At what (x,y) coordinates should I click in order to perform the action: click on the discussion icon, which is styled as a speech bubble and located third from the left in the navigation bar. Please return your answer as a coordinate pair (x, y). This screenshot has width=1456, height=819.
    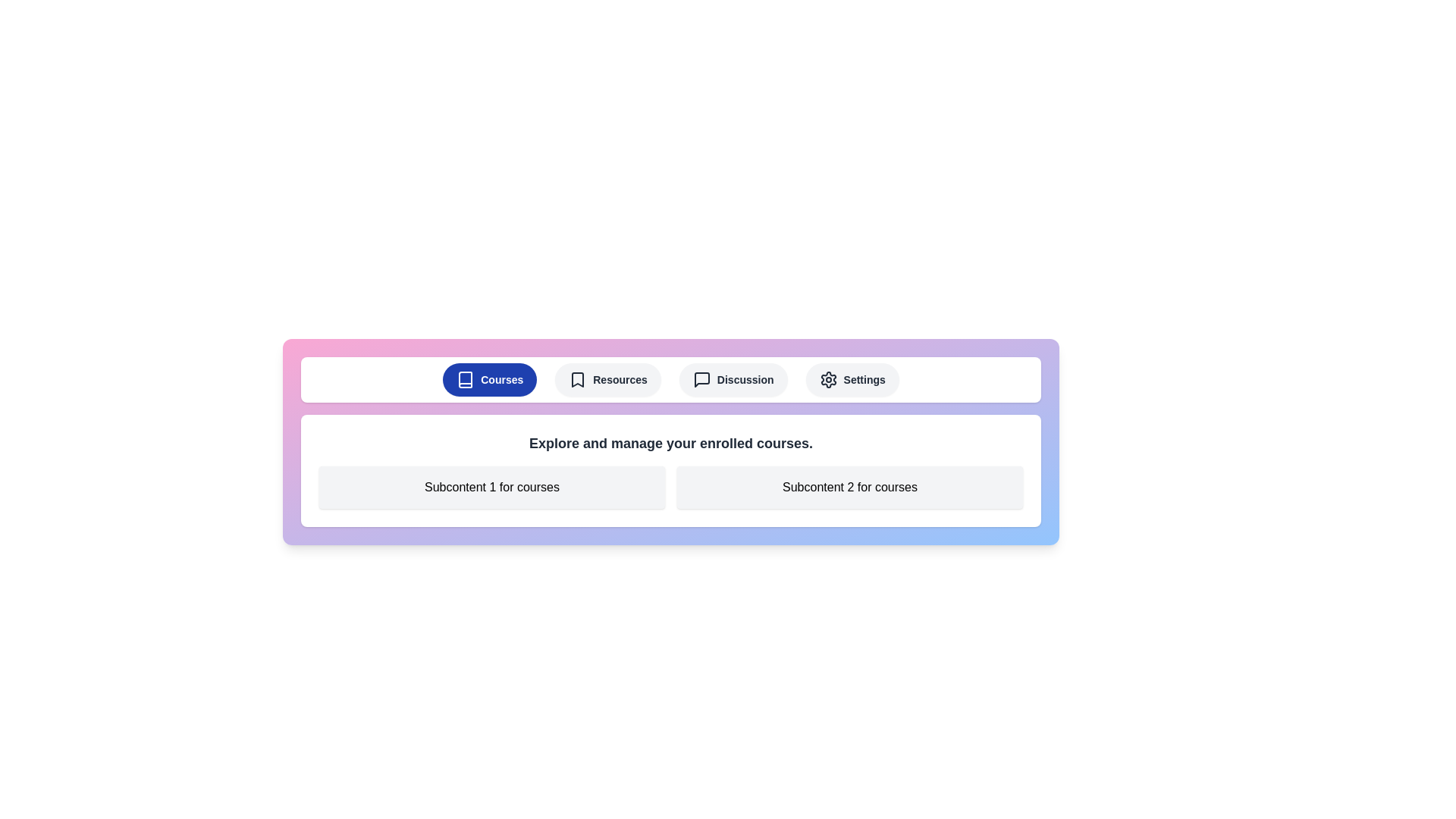
    Looking at the image, I should click on (701, 379).